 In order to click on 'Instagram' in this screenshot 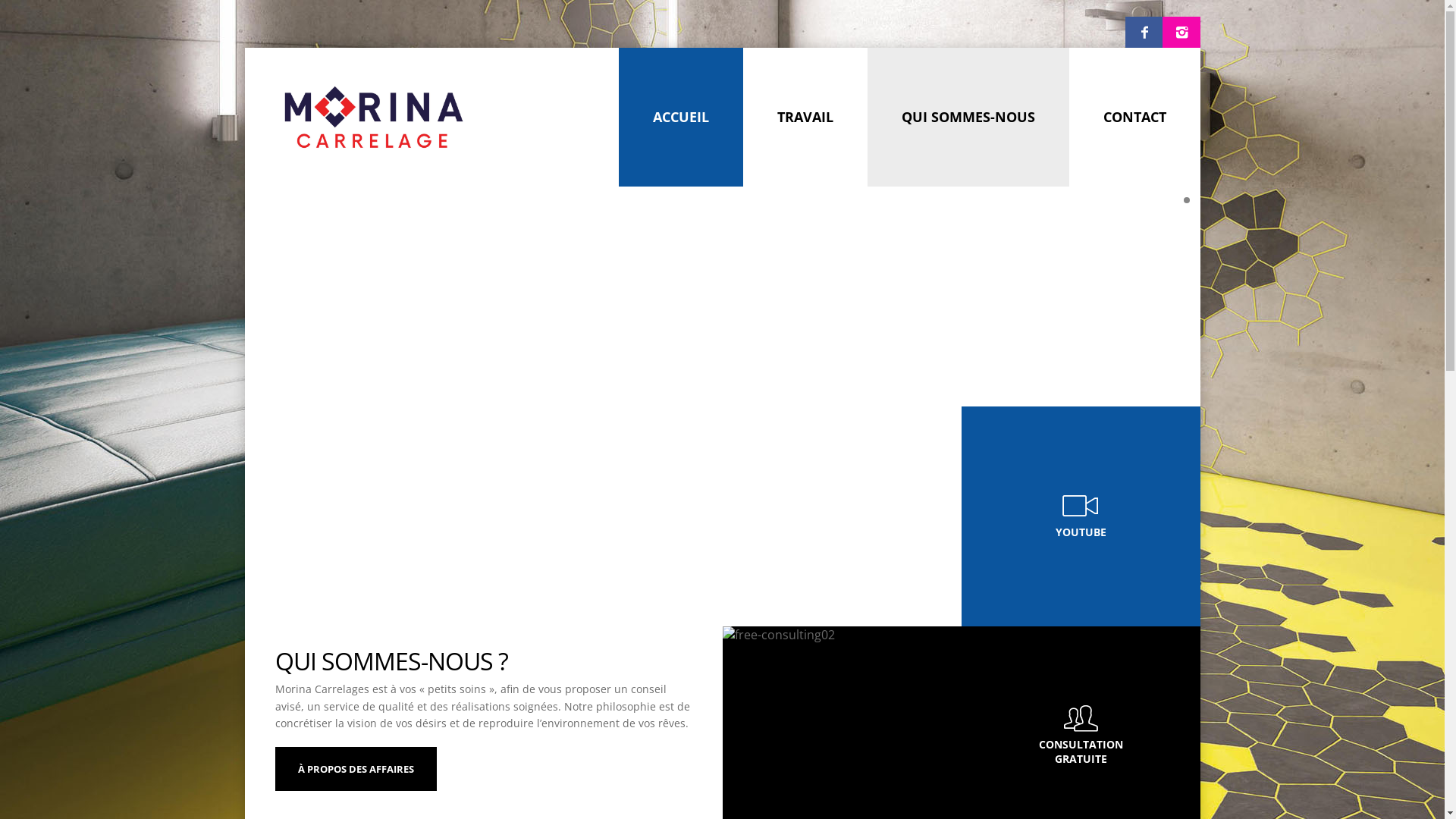, I will do `click(1180, 32)`.